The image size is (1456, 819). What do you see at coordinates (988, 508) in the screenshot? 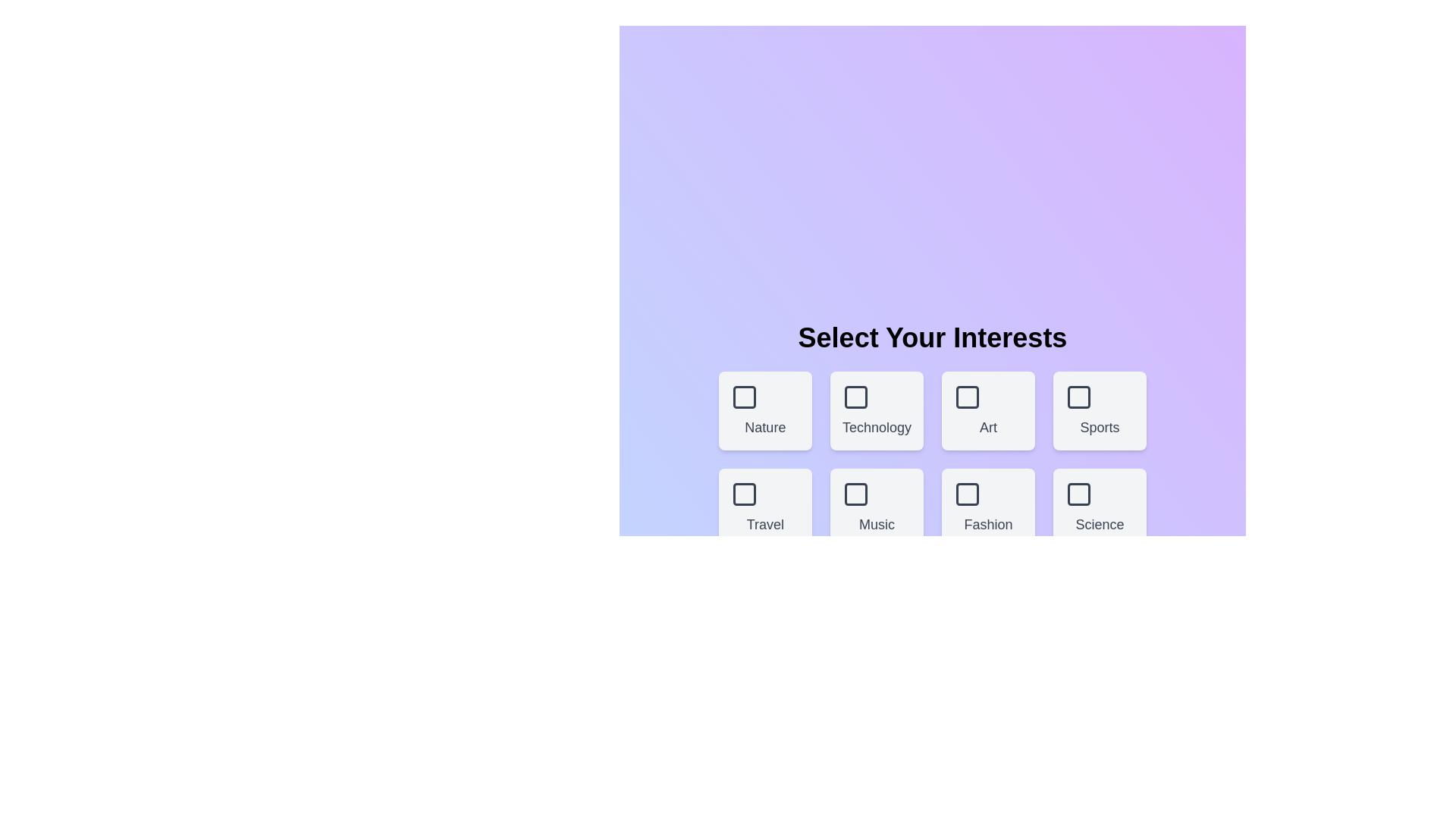
I see `the theme box labeled Fashion` at bounding box center [988, 508].